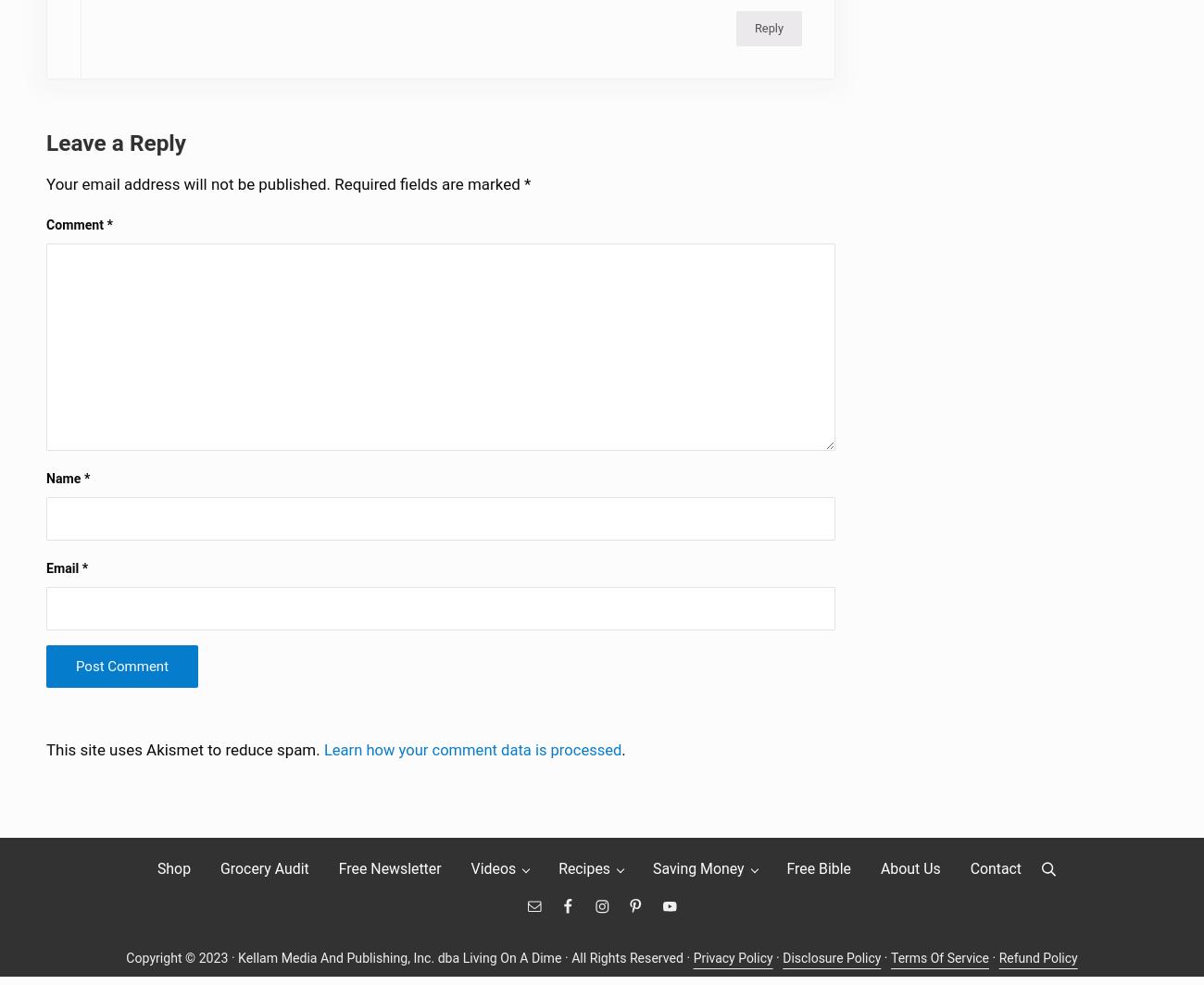  I want to click on 'This site uses Akismet to reduce spam.', so click(184, 759).